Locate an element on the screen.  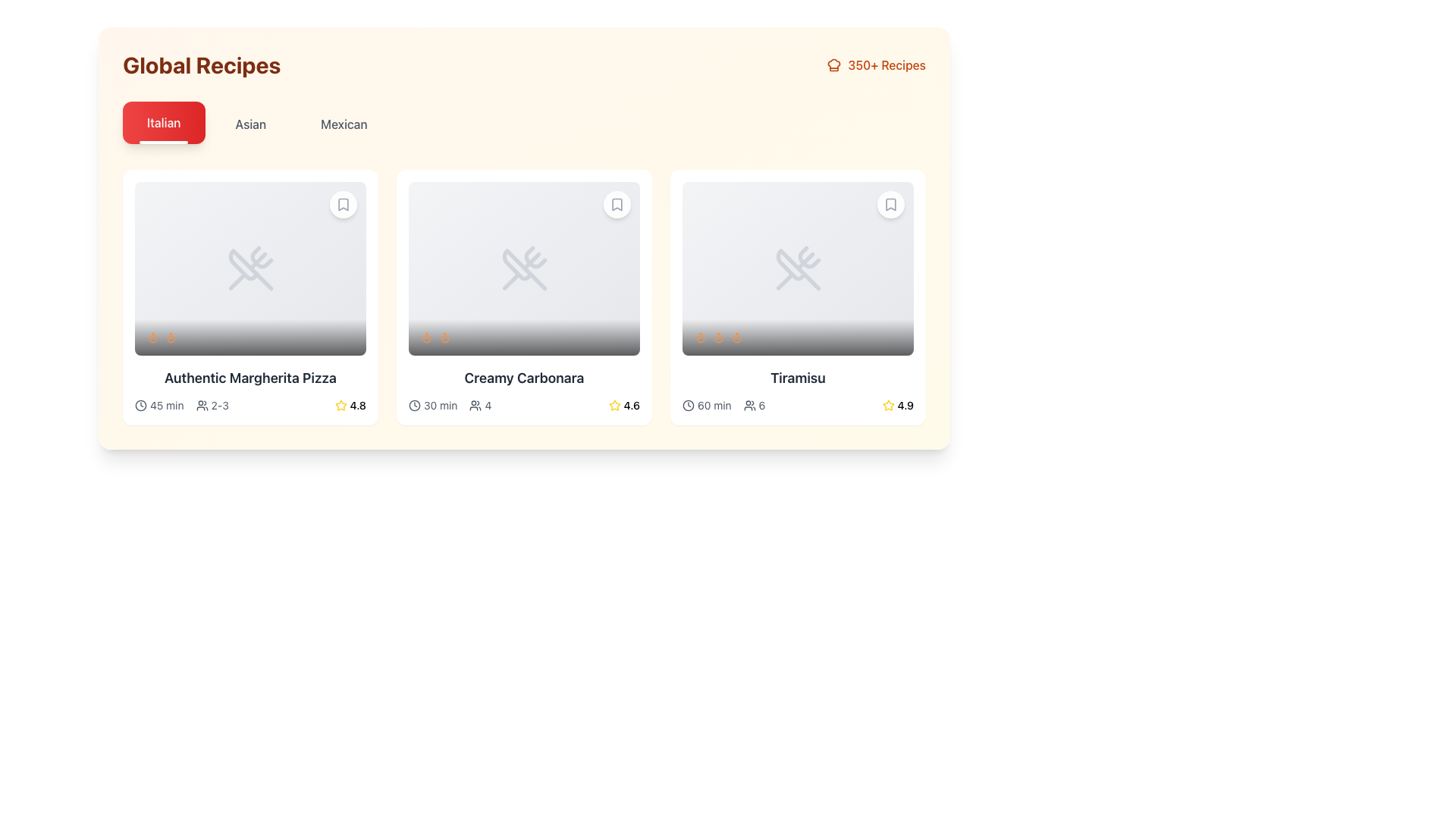
title 'Creamy Carbonara' from the text label, which is prominently displayed in bold, large font on a white card background near the bottom of the second card in a horizontally aligned list is located at coordinates (524, 377).